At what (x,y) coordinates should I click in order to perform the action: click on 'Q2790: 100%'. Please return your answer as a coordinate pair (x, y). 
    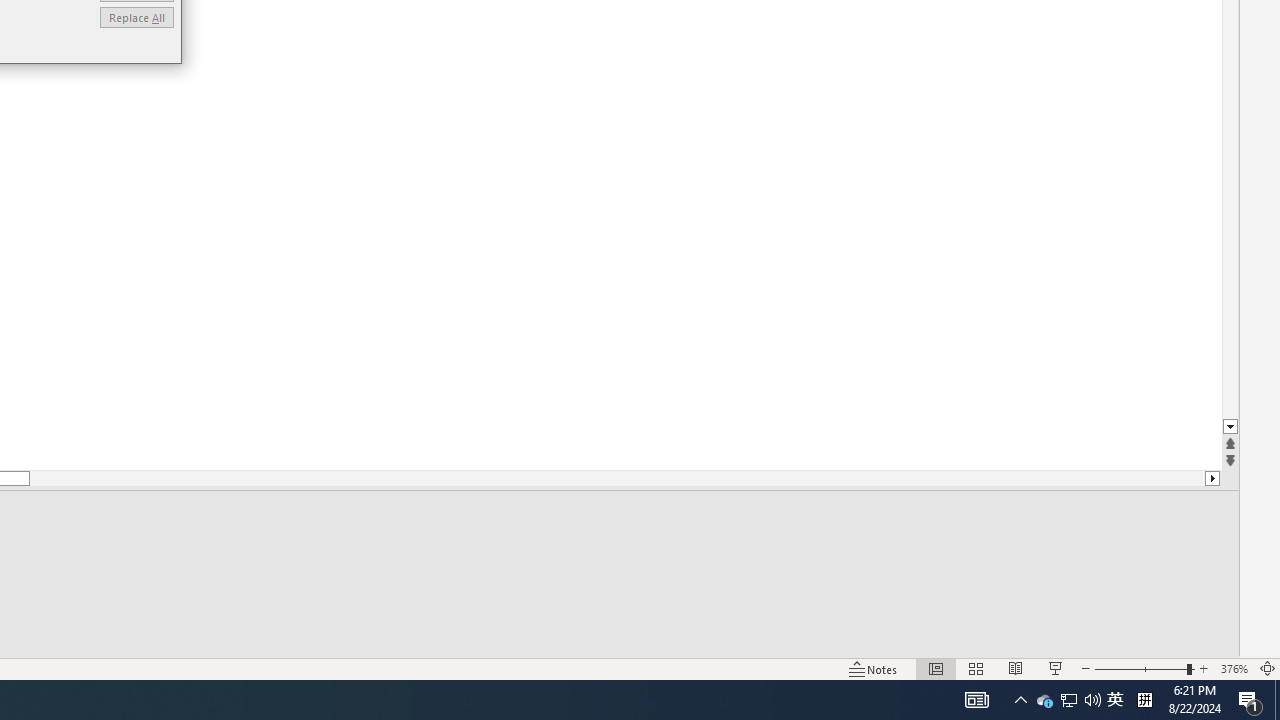
    Looking at the image, I should click on (1068, 698).